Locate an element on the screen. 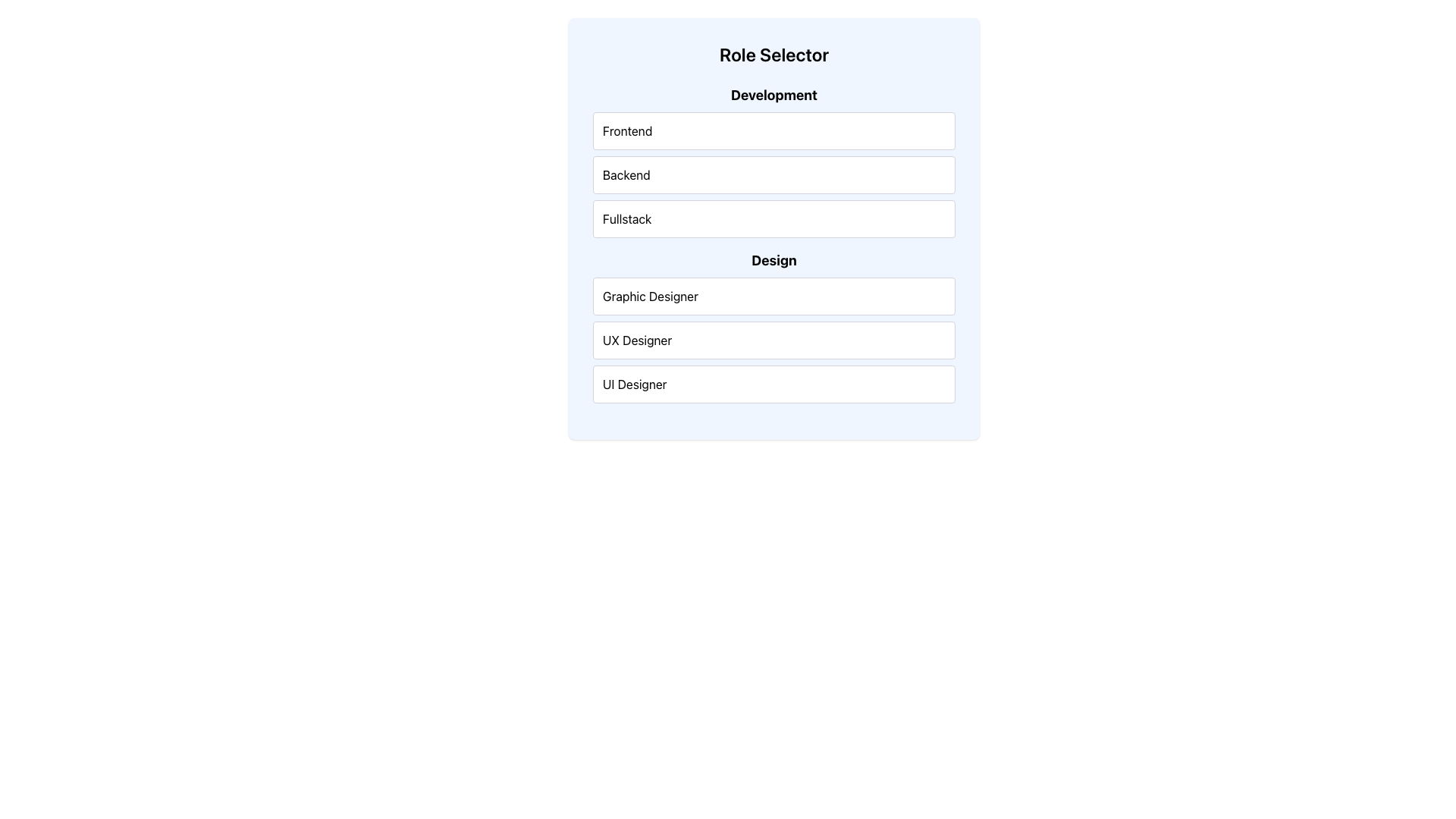  the third selectable option in the 'Development' category of the selection menu, positioned between 'Backend' and 'Design' is located at coordinates (774, 219).